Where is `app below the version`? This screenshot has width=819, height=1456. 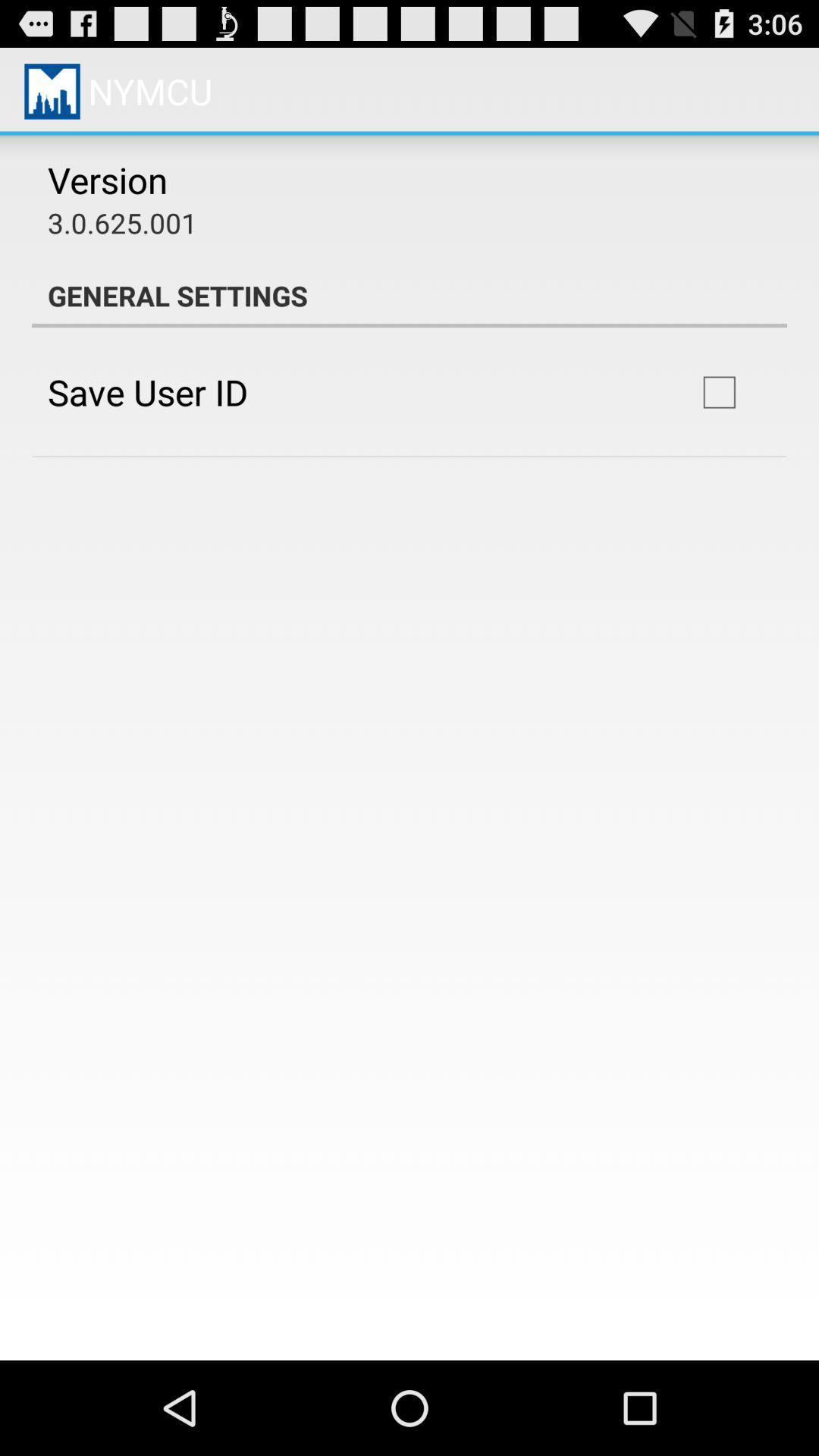
app below the version is located at coordinates (121, 221).